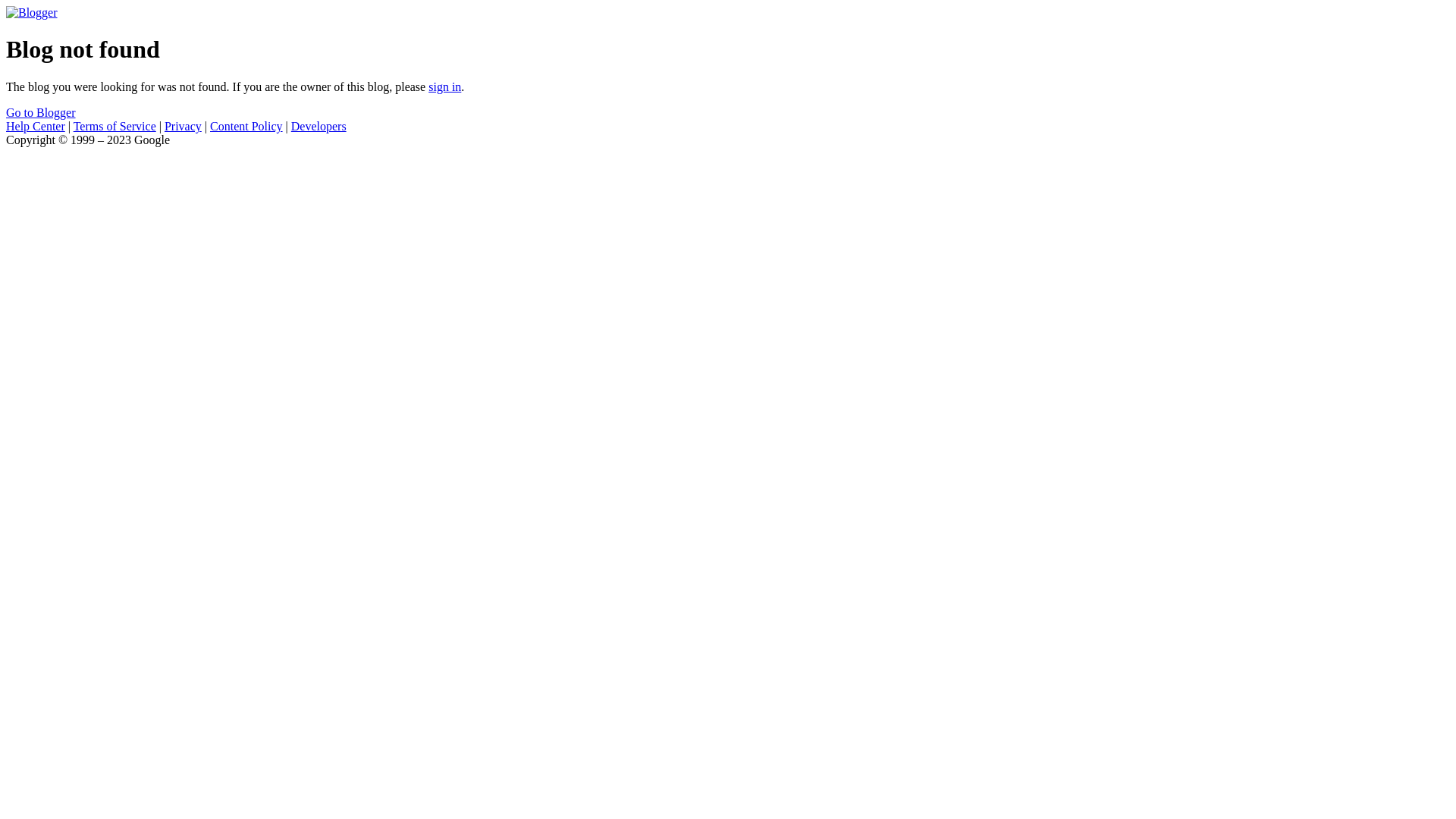 This screenshot has width=1456, height=819. What do you see at coordinates (246, 125) in the screenshot?
I see `'Content Policy'` at bounding box center [246, 125].